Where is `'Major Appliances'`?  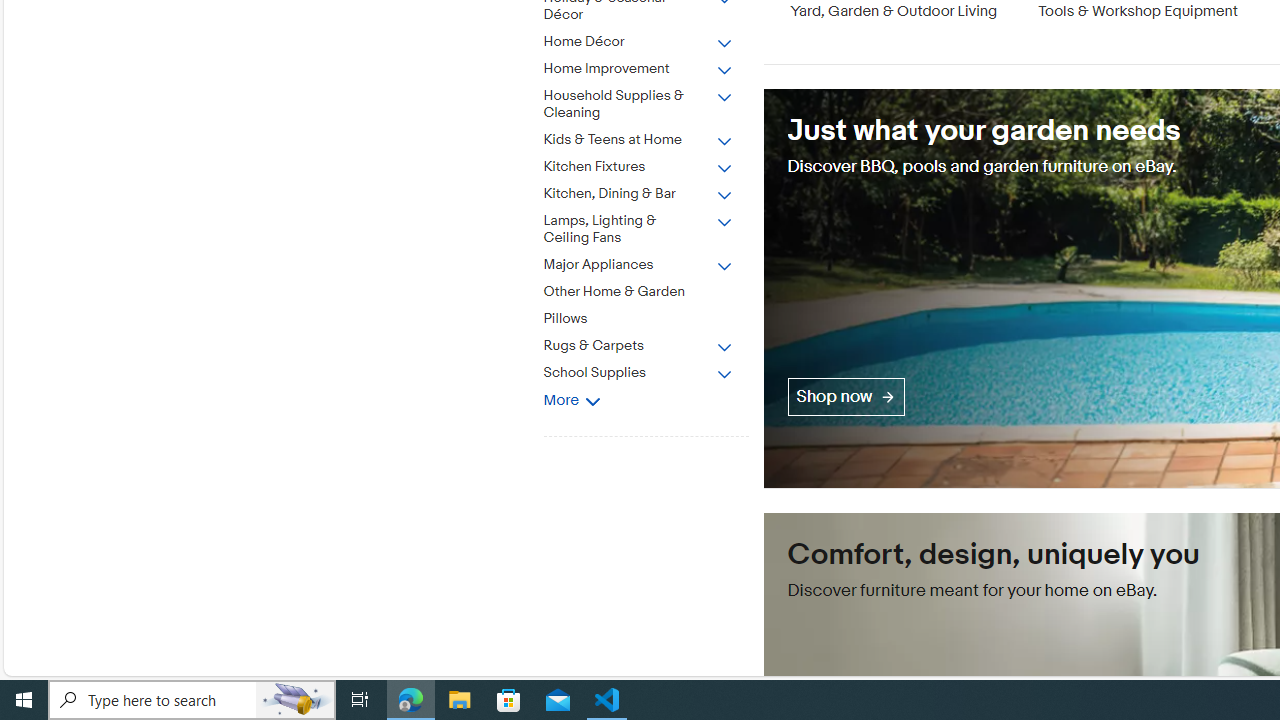
'Major Appliances' is located at coordinates (637, 264).